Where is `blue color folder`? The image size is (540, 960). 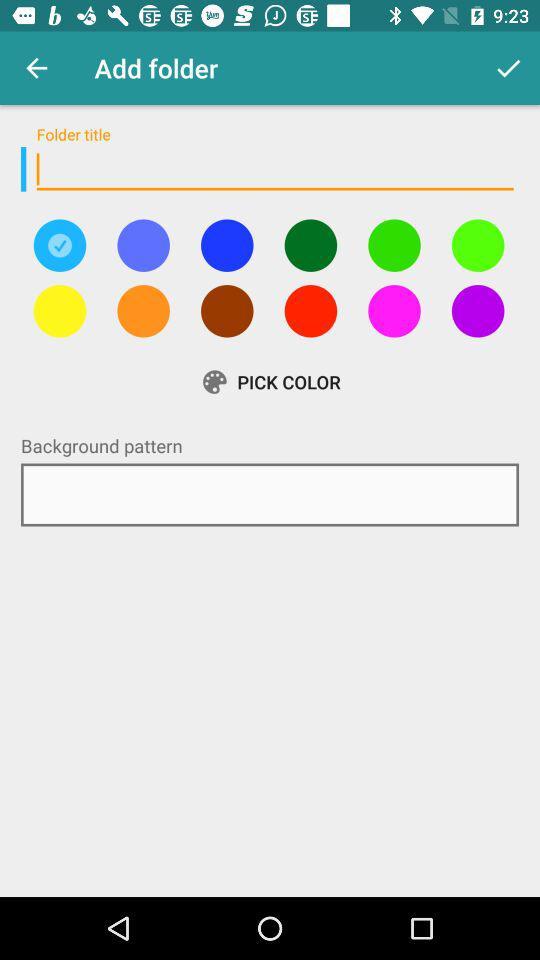
blue color folder is located at coordinates (226, 244).